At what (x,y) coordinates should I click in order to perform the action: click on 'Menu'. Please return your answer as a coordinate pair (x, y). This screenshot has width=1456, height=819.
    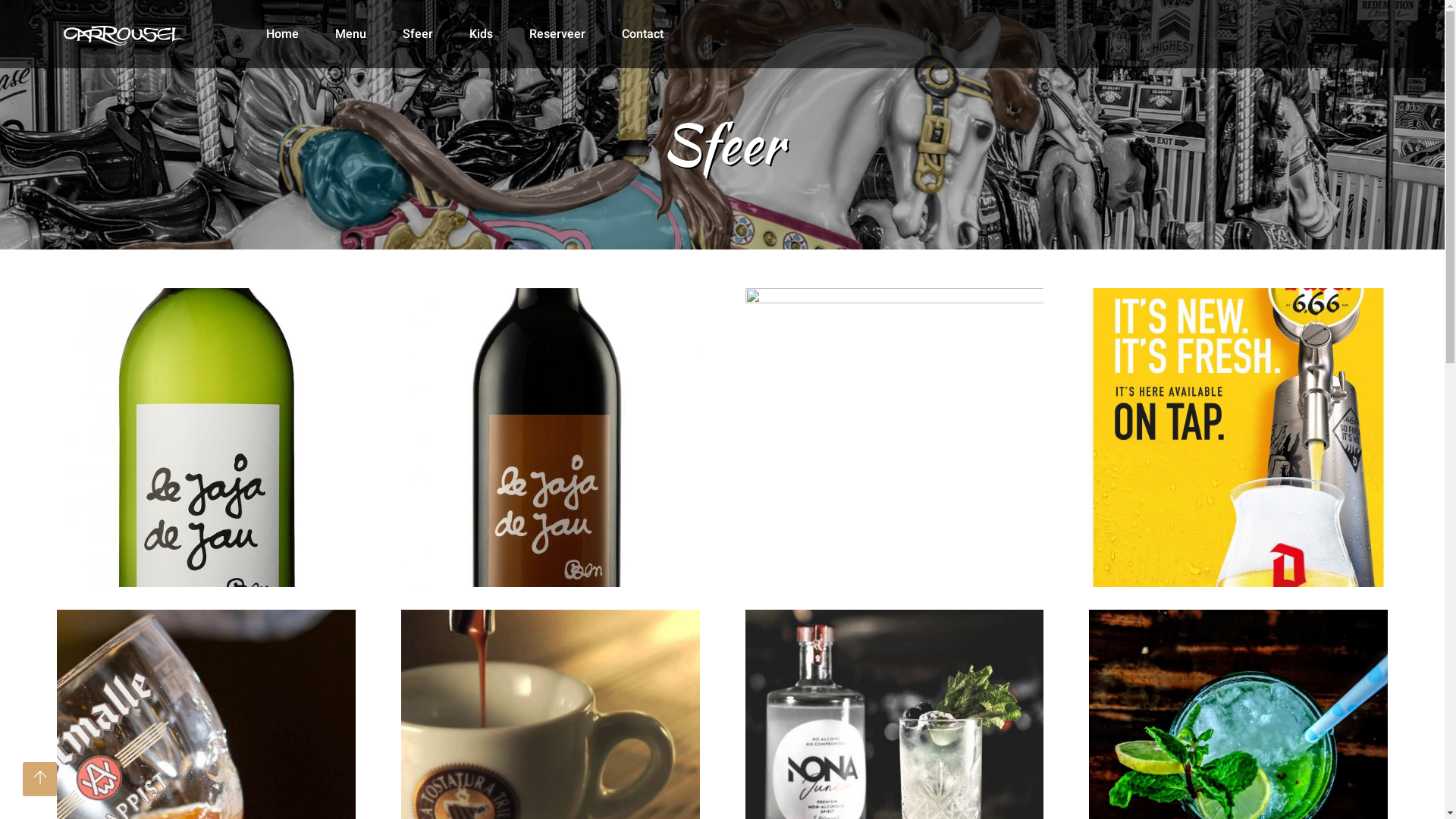
    Looking at the image, I should click on (315, 34).